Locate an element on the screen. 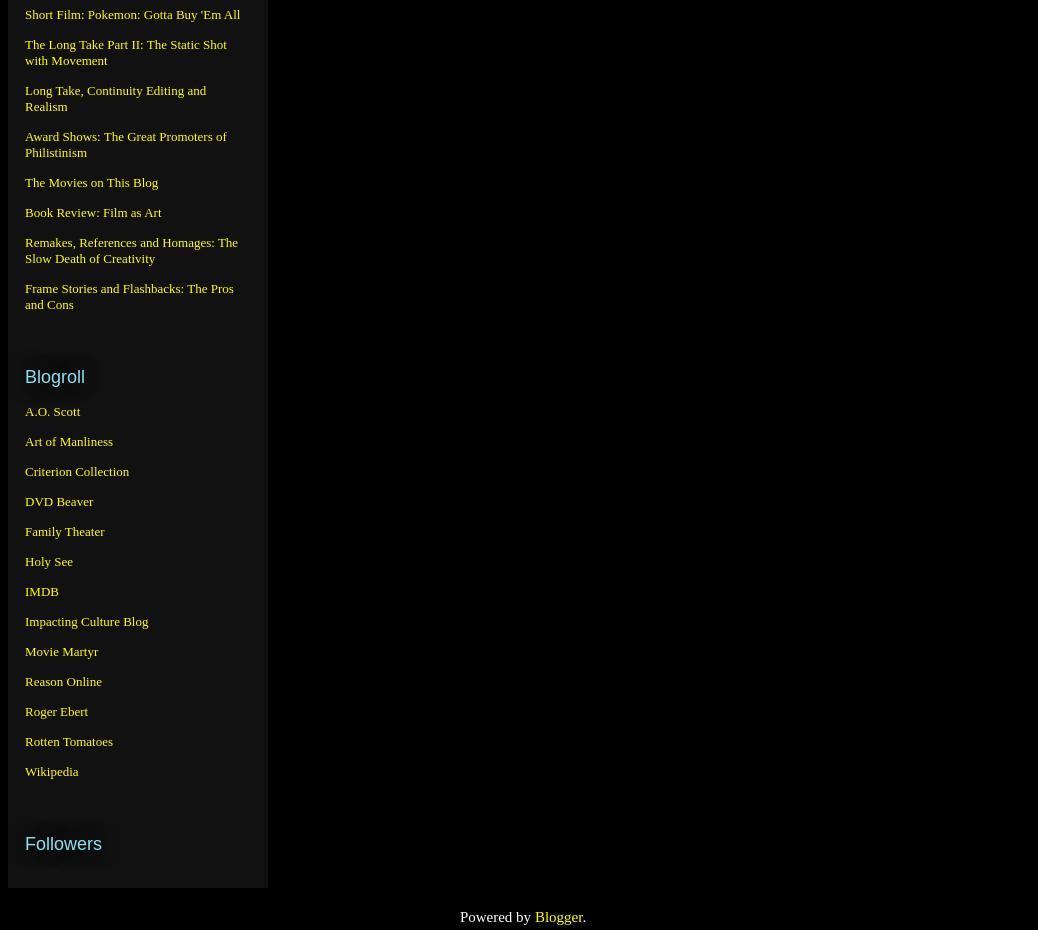 Image resolution: width=1038 pixels, height=930 pixels. 'Long Take, Continuity Editing and Realism' is located at coordinates (114, 97).